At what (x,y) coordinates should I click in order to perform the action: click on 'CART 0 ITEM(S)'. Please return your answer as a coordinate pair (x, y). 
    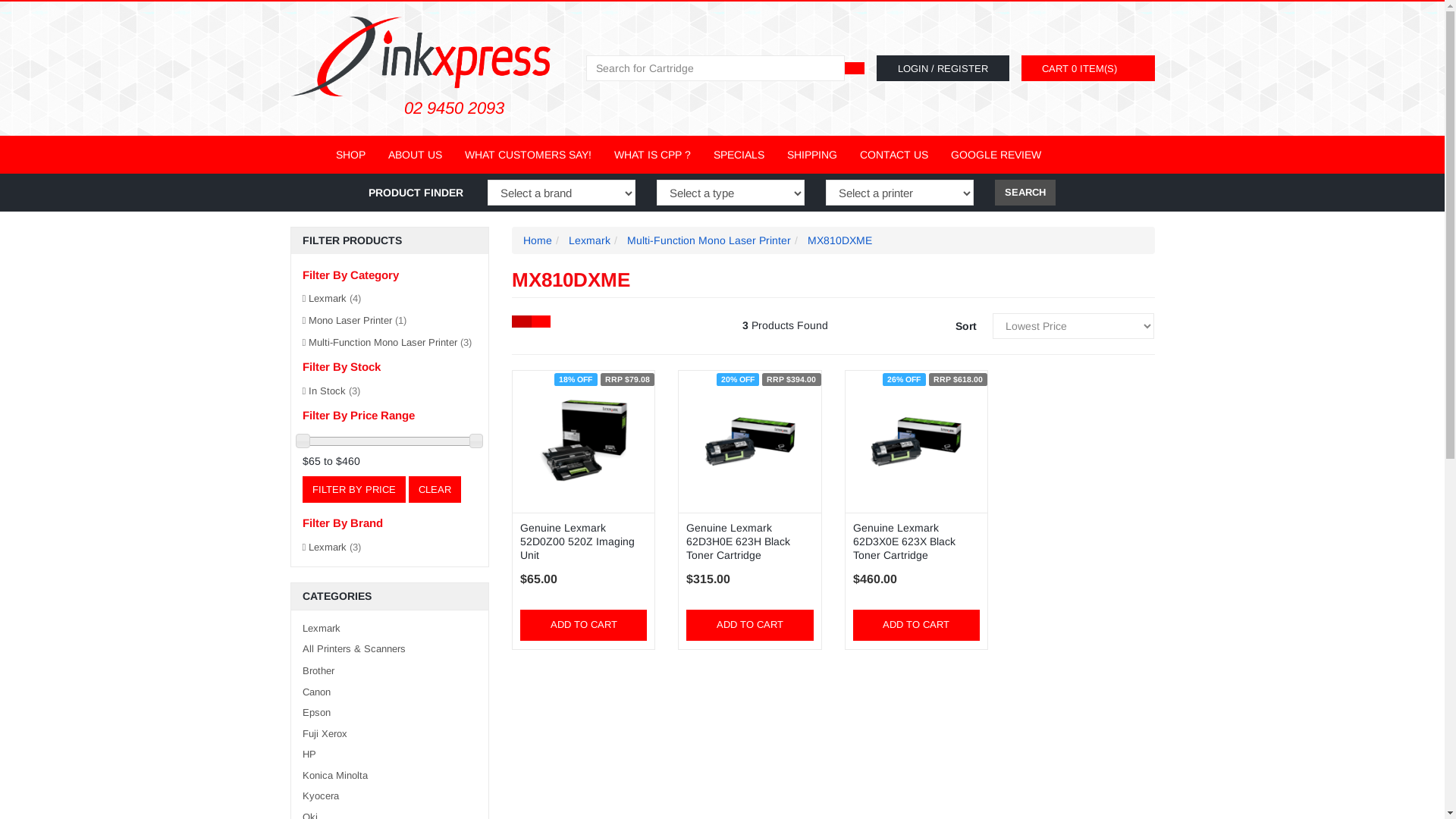
    Looking at the image, I should click on (1021, 67).